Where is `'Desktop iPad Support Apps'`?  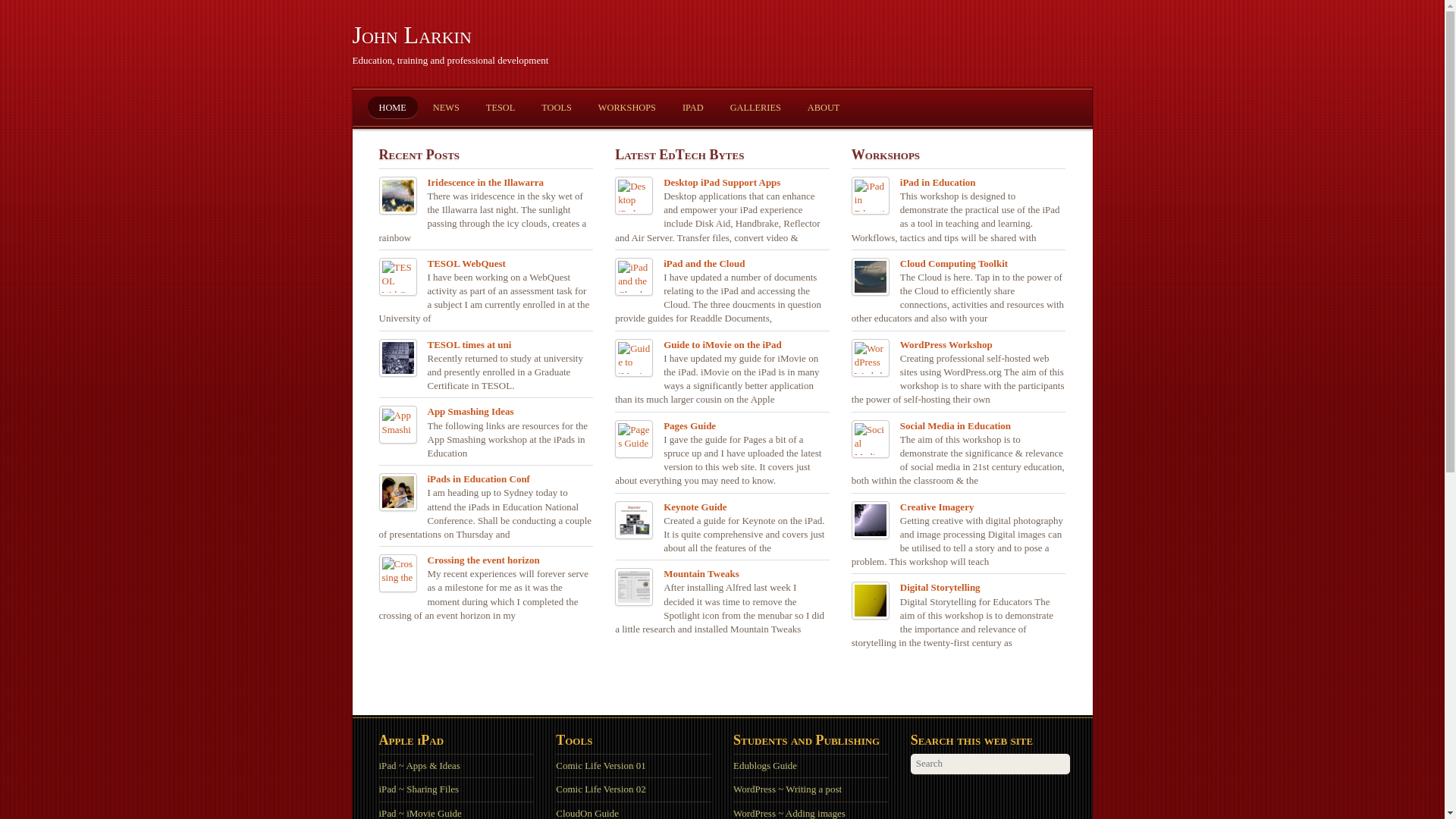 'Desktop iPad Support Apps' is located at coordinates (720, 181).